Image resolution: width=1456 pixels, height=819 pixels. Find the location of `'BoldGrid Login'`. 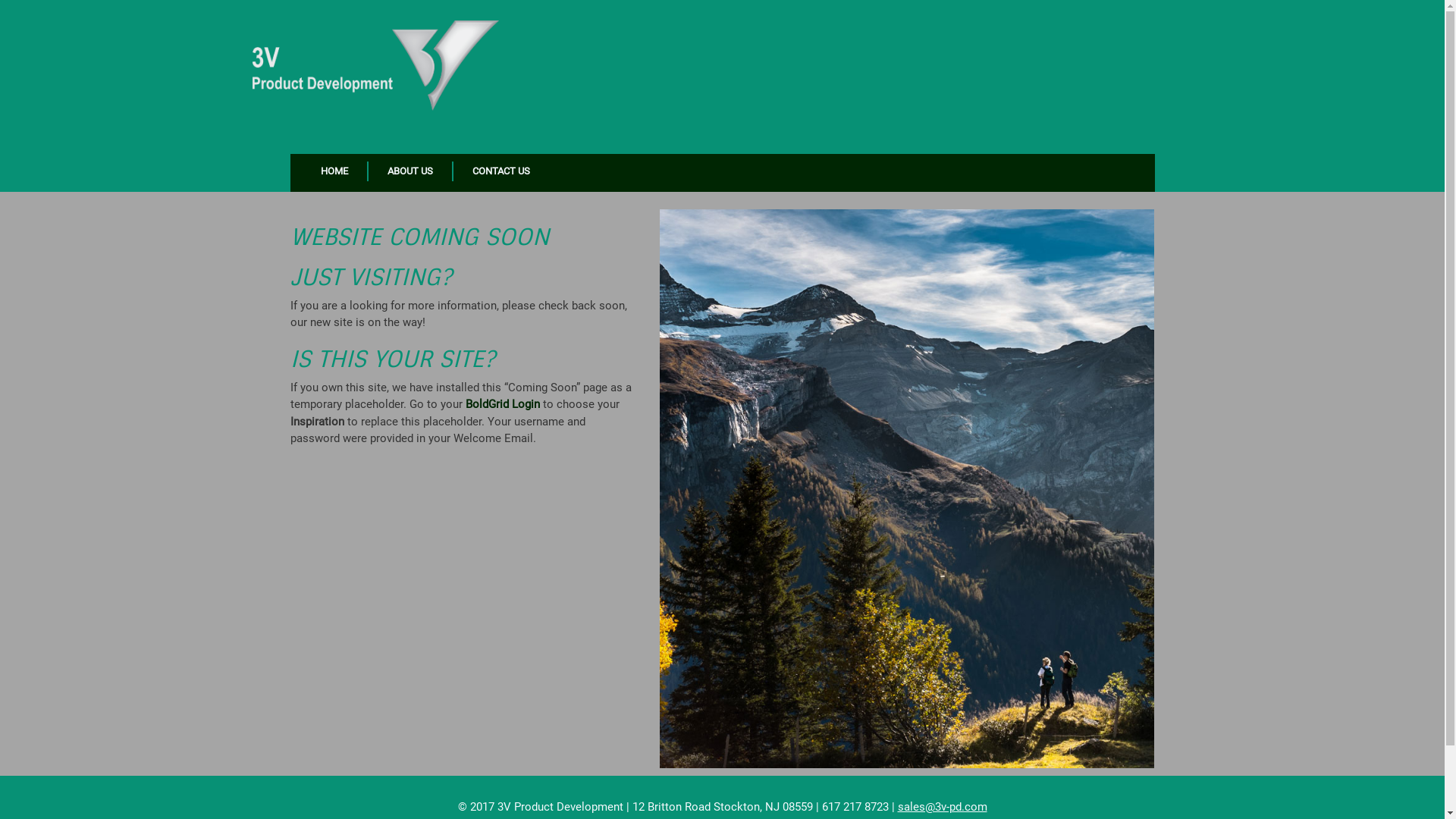

'BoldGrid Login' is located at coordinates (502, 403).